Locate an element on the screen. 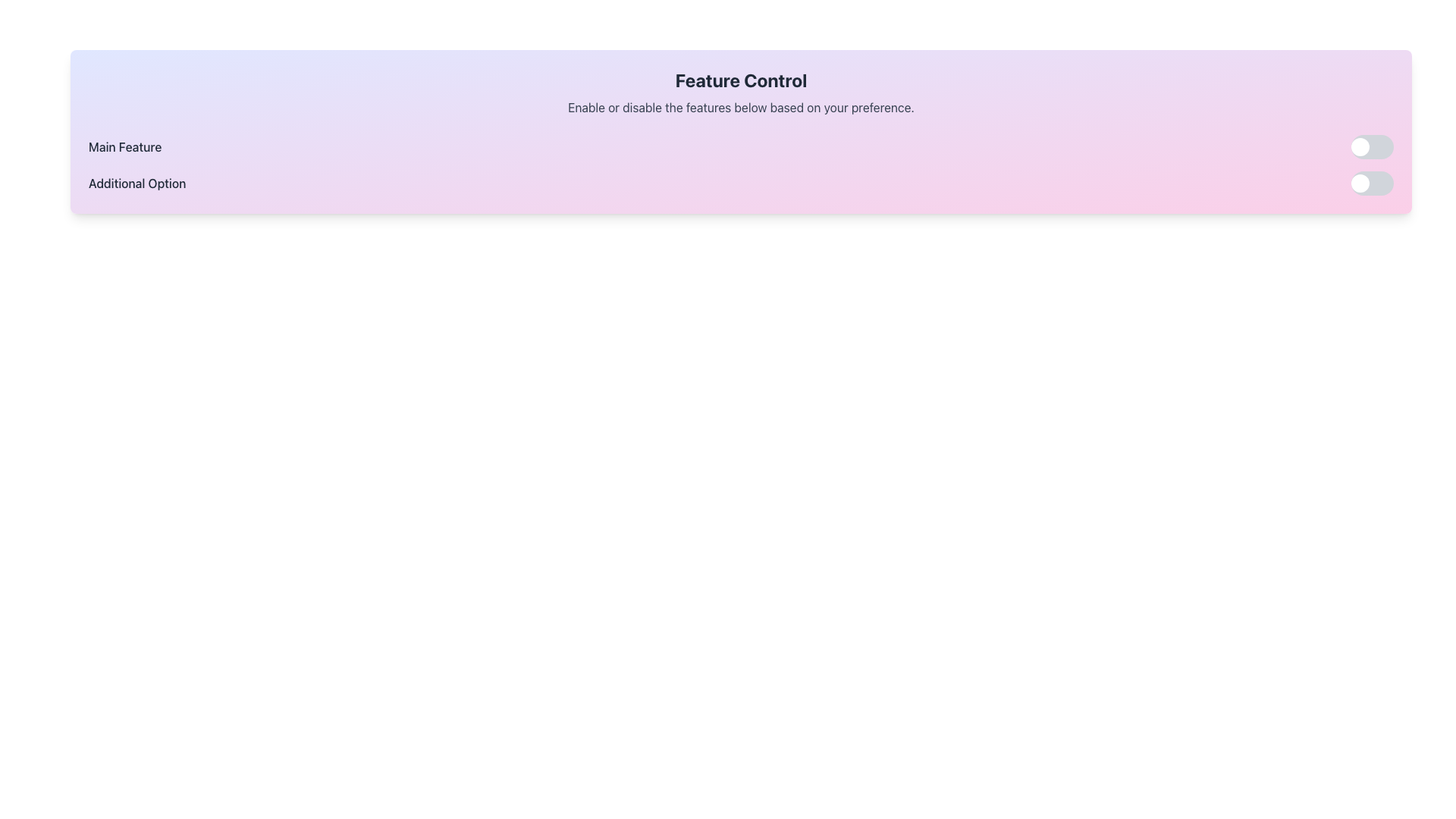 The height and width of the screenshot is (819, 1456). the static text stating 'Enable or disable the features below based on your preference', which is positioned below the heading 'Feature Control' is located at coordinates (741, 107).